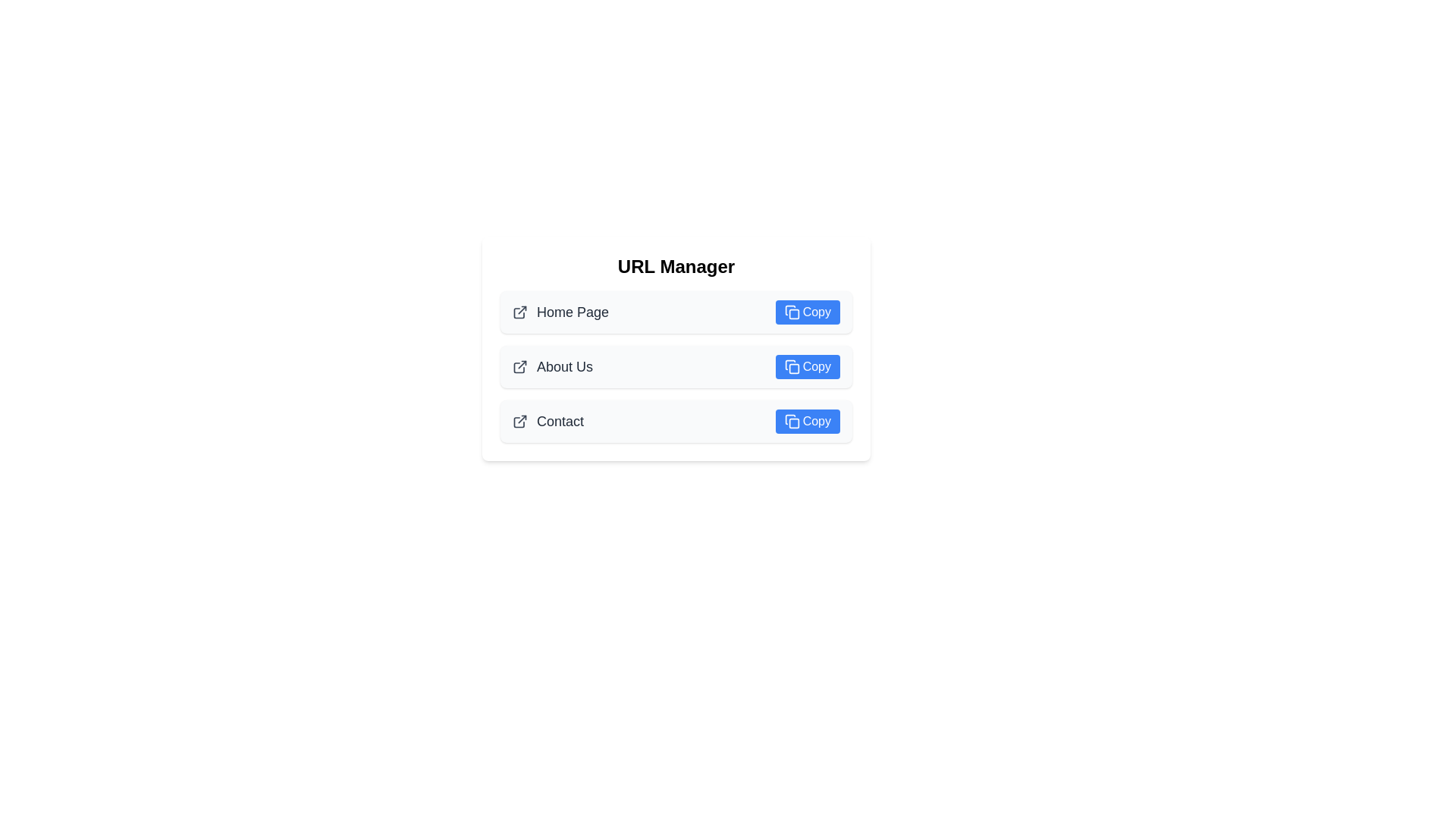 Image resolution: width=1456 pixels, height=819 pixels. Describe the element at coordinates (807, 366) in the screenshot. I see `the blue 'Copy' button with a clipboard icon` at that location.